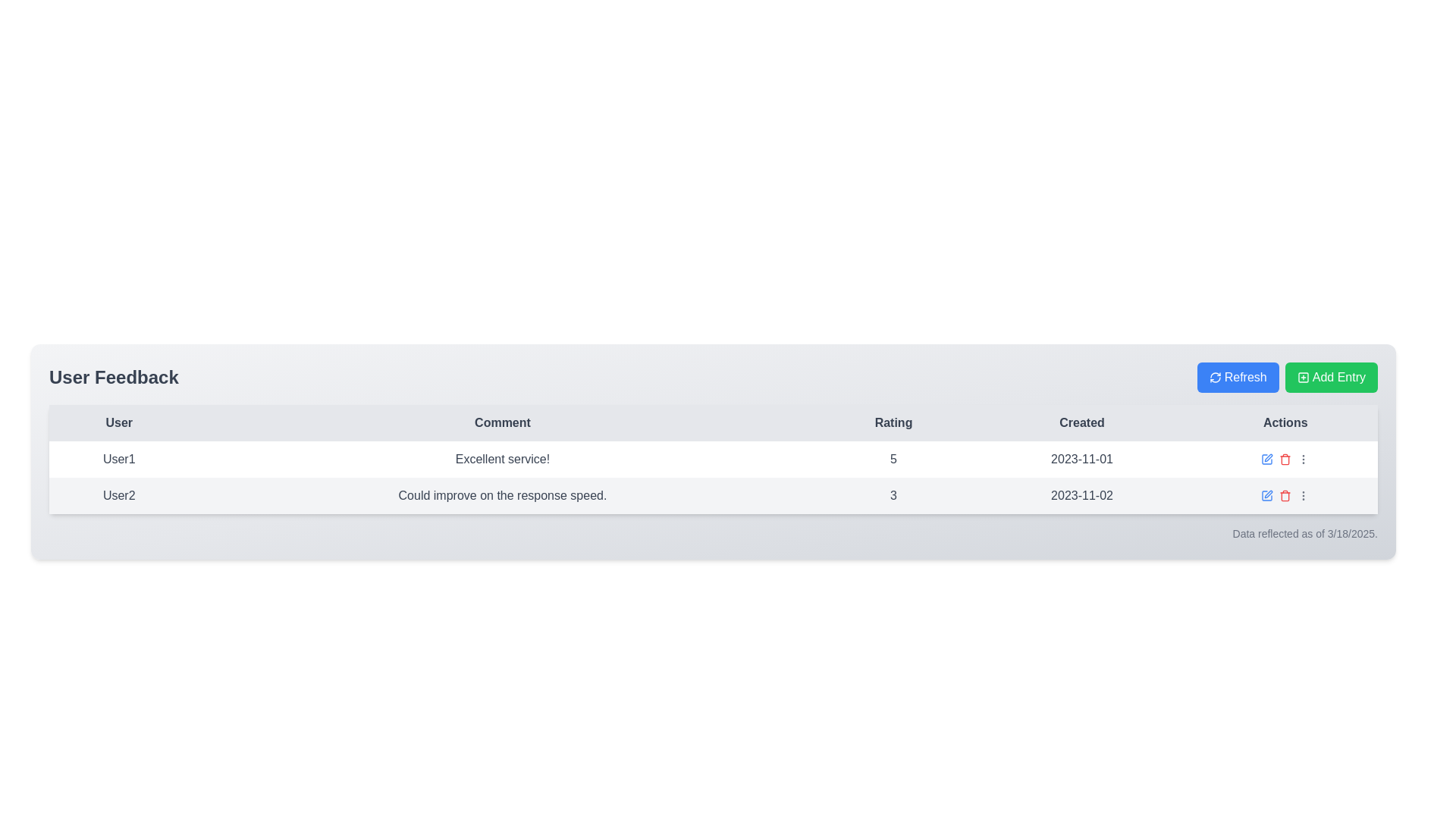 This screenshot has width=1456, height=819. I want to click on the decorative graphical element located in the Actions column of the table row, which serves as a background for the icon set in the top-right button of the interface, so click(1302, 376).